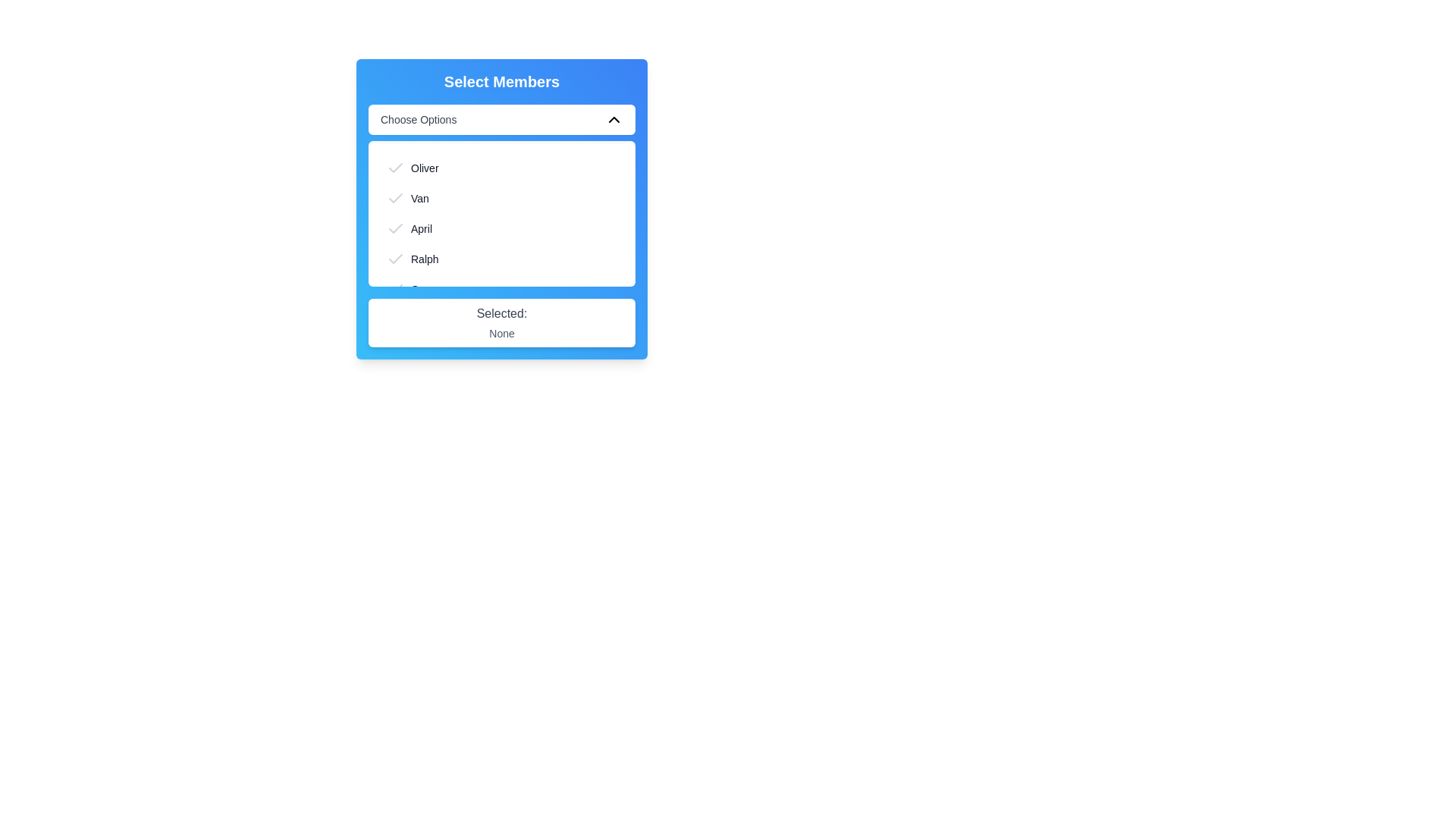 Image resolution: width=1456 pixels, height=819 pixels. Describe the element at coordinates (396, 289) in the screenshot. I see `the checkmark icon located near the bottom of the dropdown panel, just above the 'Selected: None' text` at that location.